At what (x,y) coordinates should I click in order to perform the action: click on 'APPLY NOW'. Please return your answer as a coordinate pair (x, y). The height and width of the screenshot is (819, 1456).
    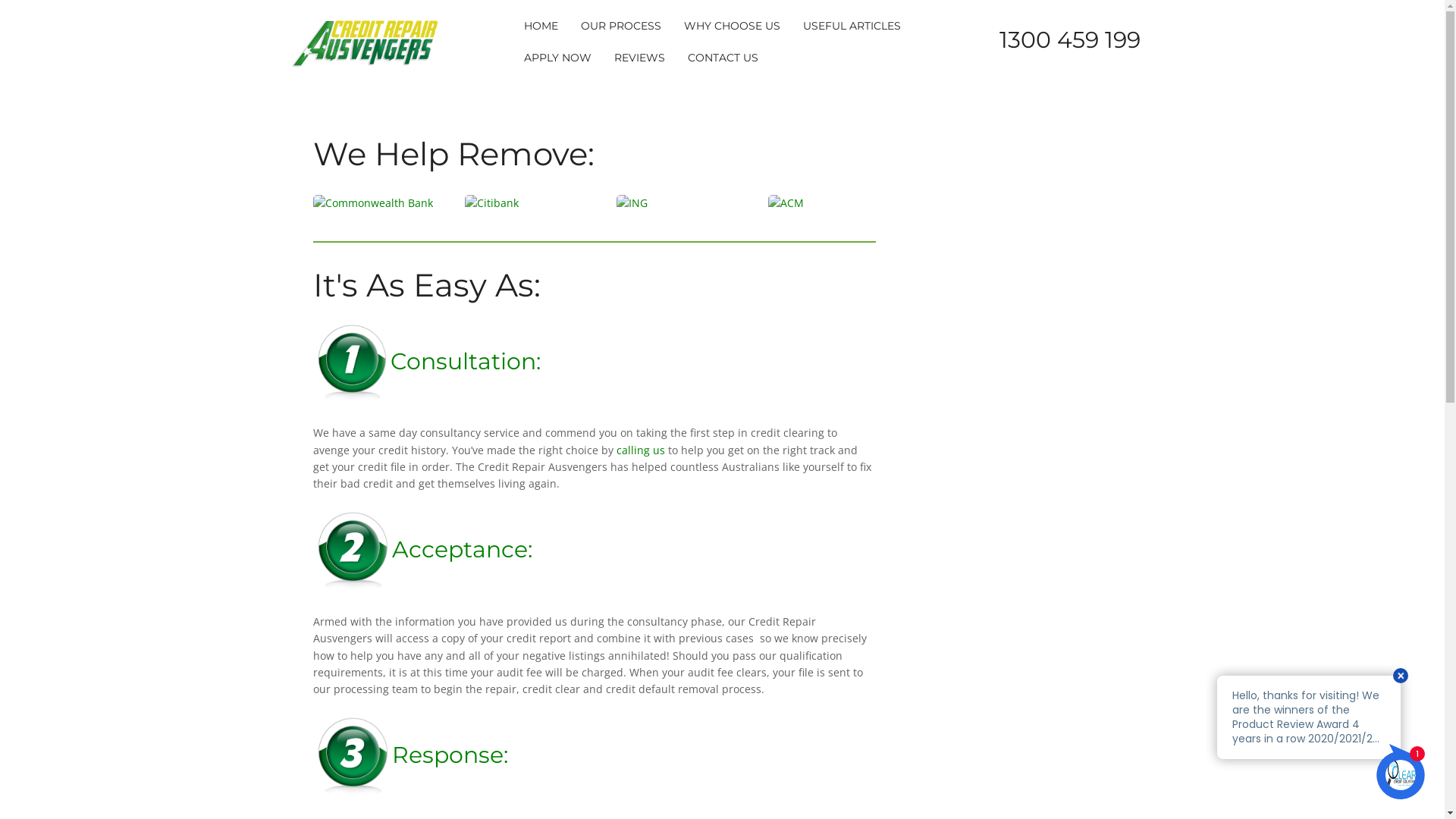
    Looking at the image, I should click on (557, 57).